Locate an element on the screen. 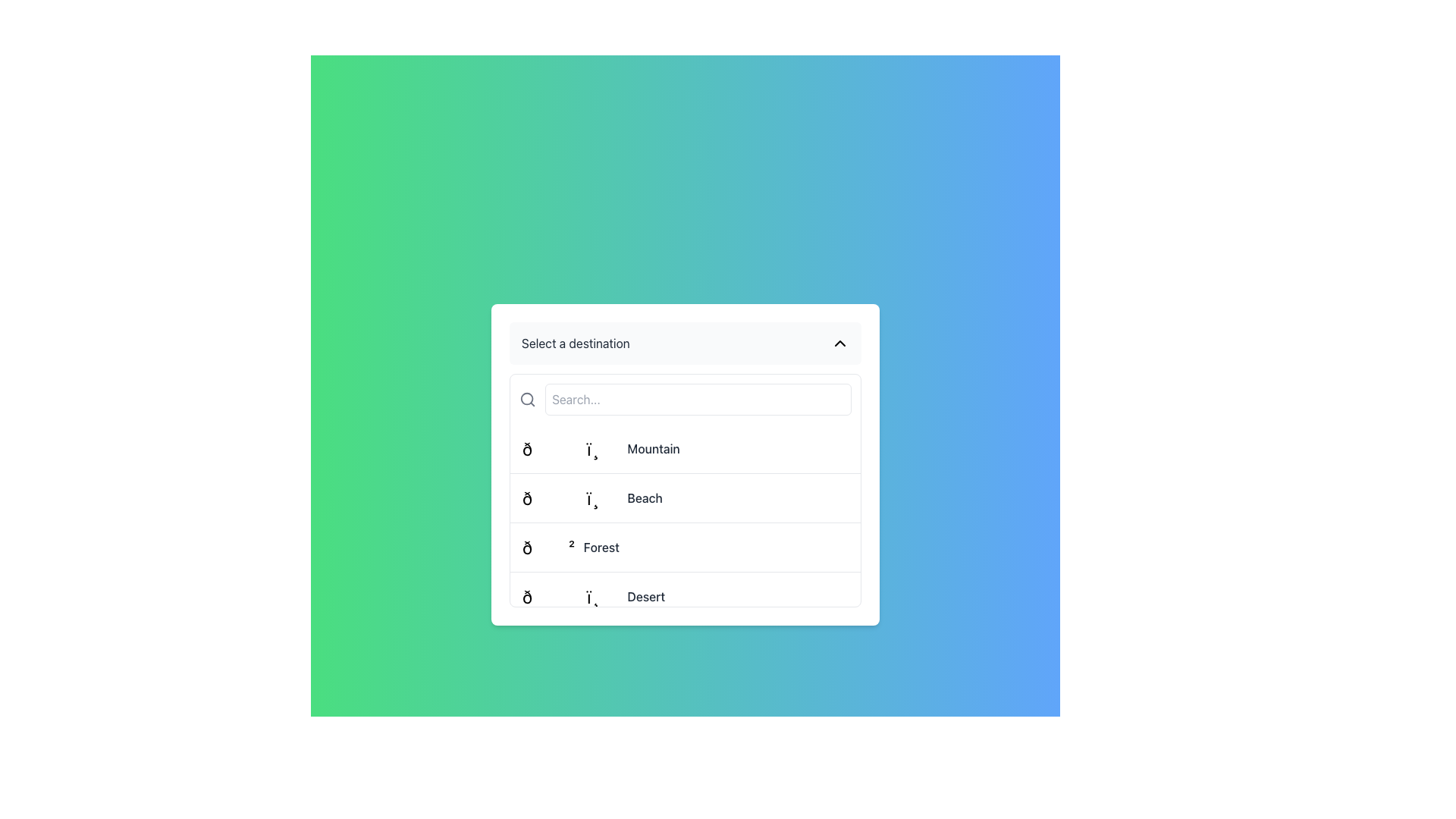  the selectable item 'Forest' in the third row of the dropdown list under 'Select a destination' is located at coordinates (570, 547).